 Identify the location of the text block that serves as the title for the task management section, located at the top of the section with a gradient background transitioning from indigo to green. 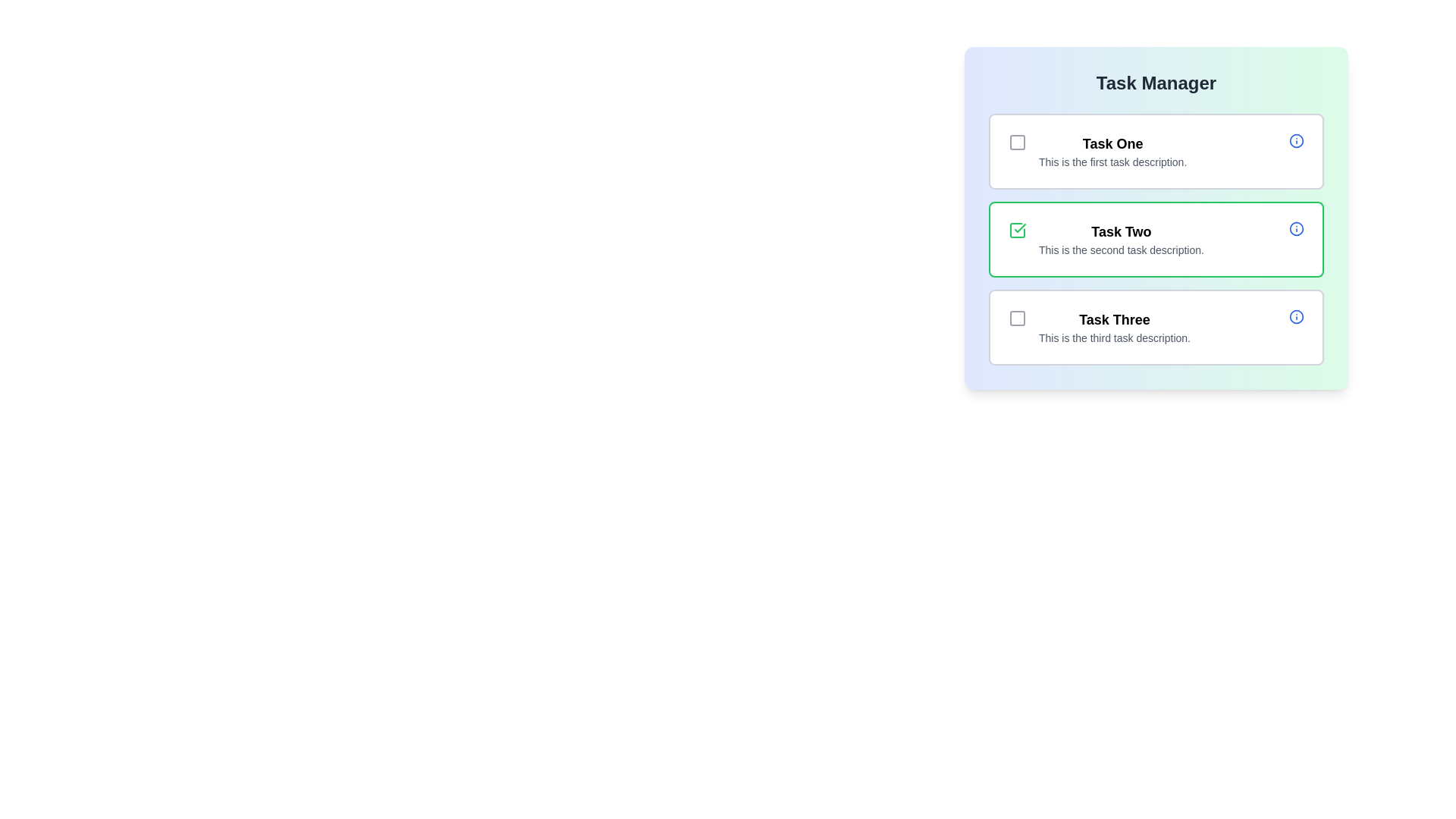
(1156, 83).